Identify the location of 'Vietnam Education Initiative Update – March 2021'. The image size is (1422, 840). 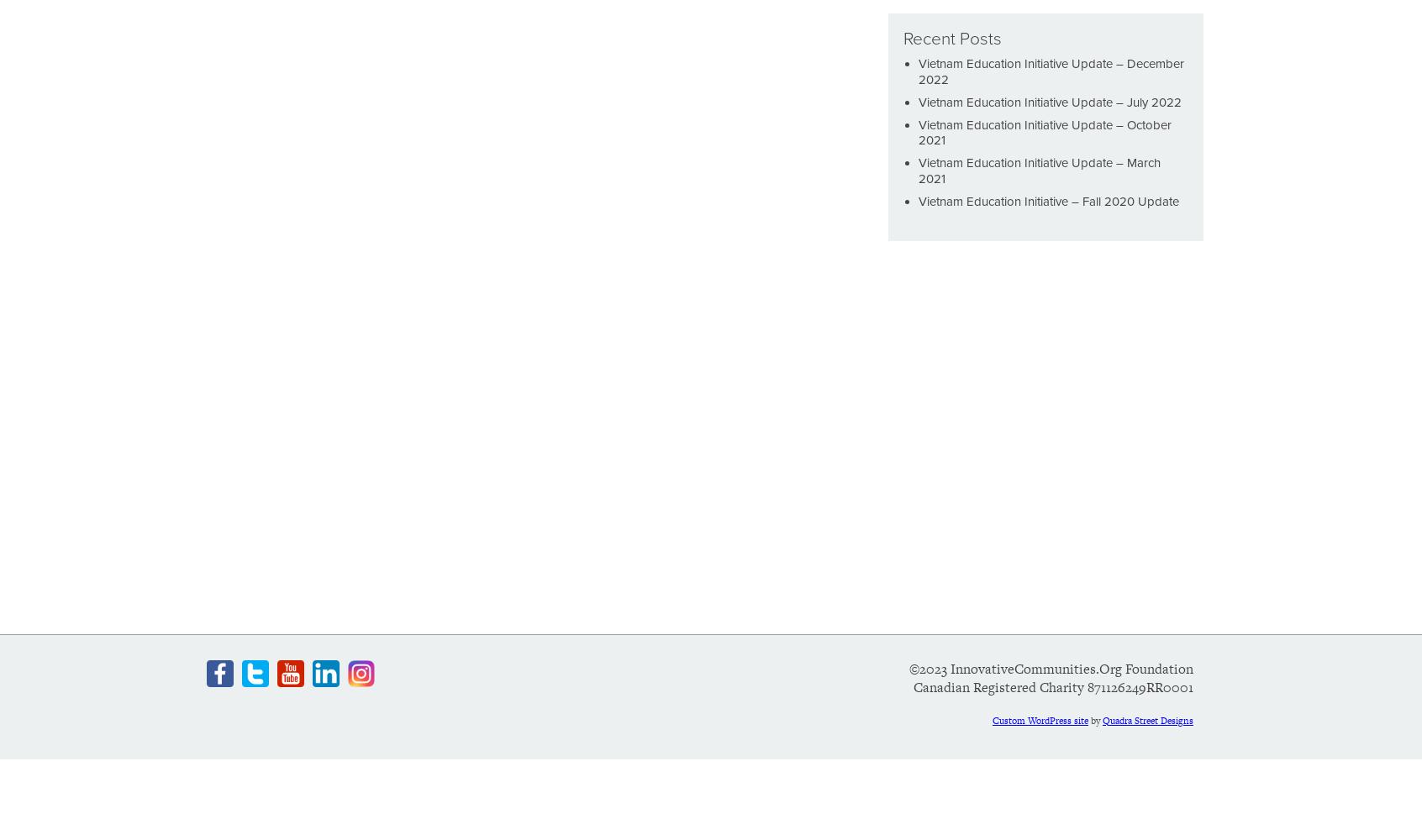
(919, 170).